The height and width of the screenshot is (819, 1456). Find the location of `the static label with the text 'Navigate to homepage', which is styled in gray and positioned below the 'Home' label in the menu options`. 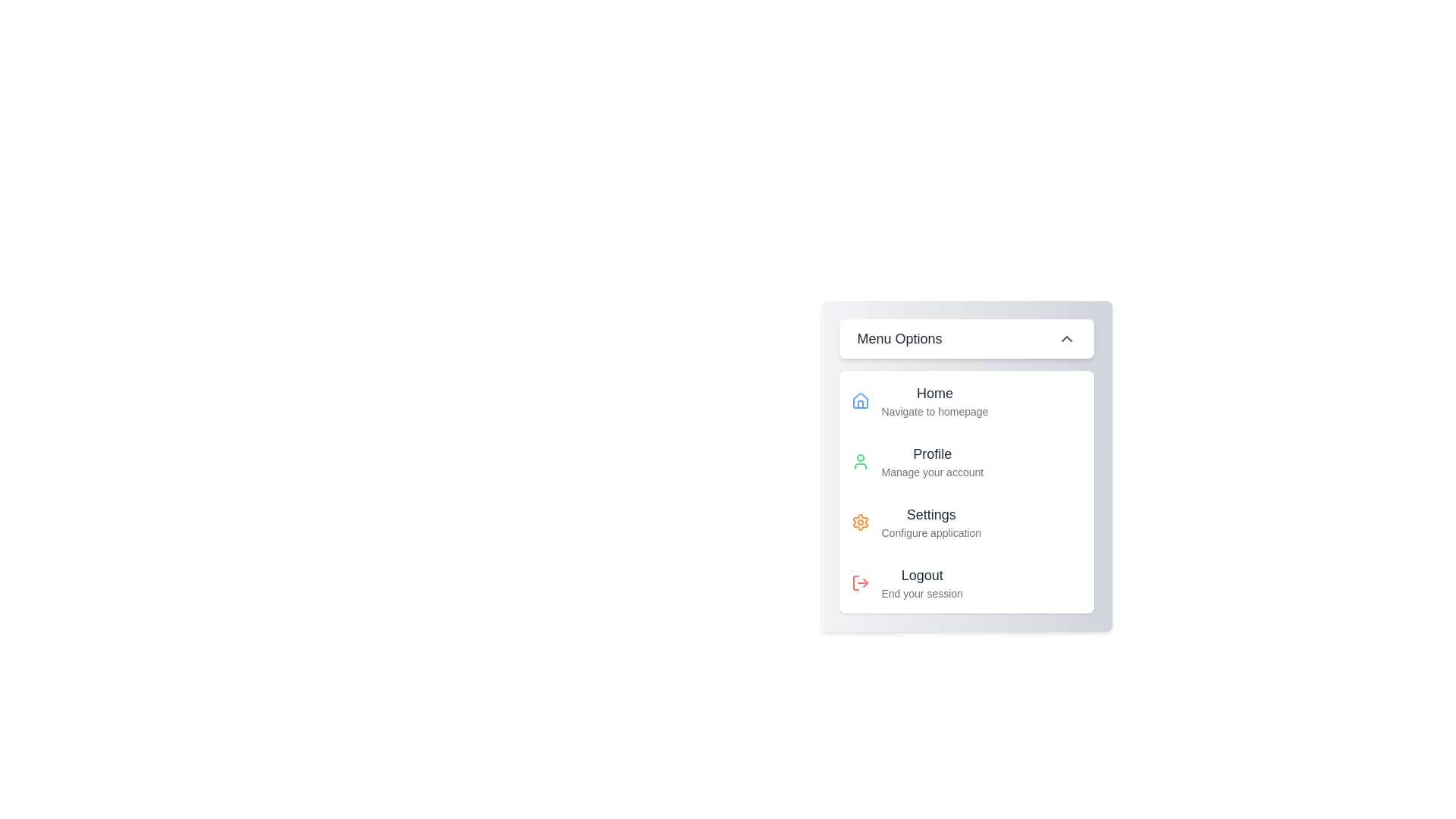

the static label with the text 'Navigate to homepage', which is styled in gray and positioned below the 'Home' label in the menu options is located at coordinates (934, 412).